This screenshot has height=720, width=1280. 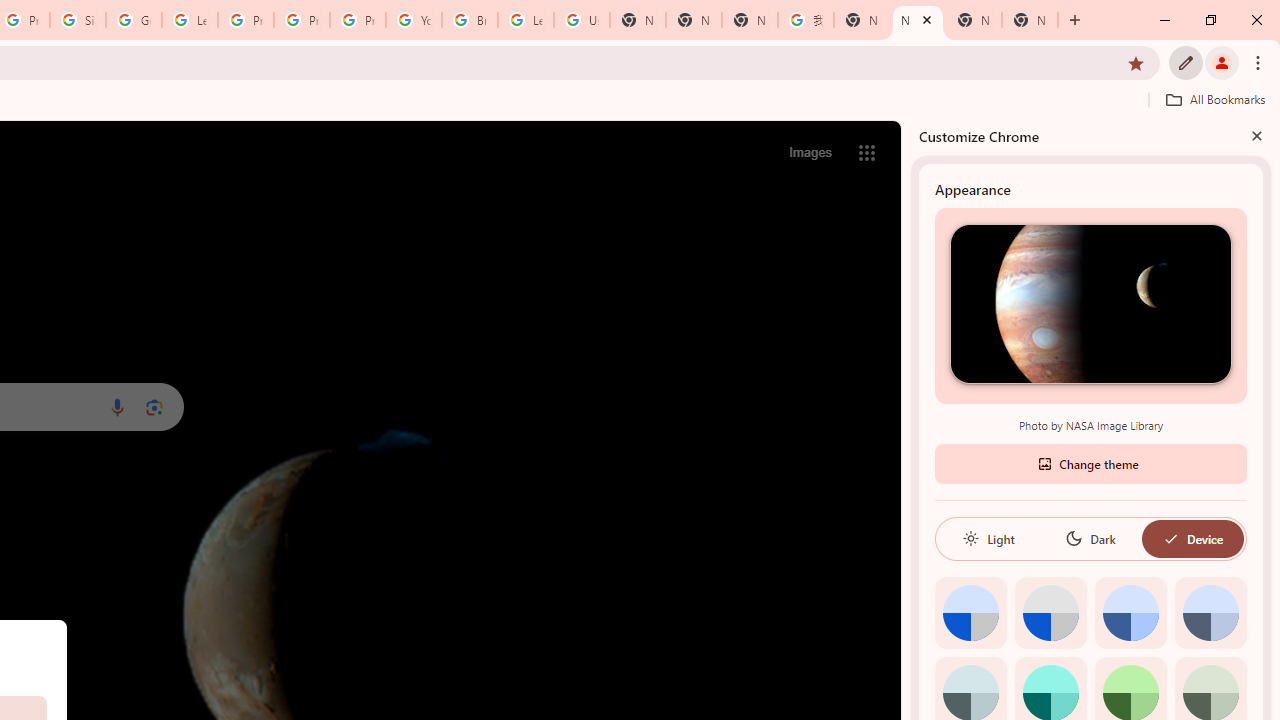 I want to click on 'Grey default color', so click(x=1049, y=611).